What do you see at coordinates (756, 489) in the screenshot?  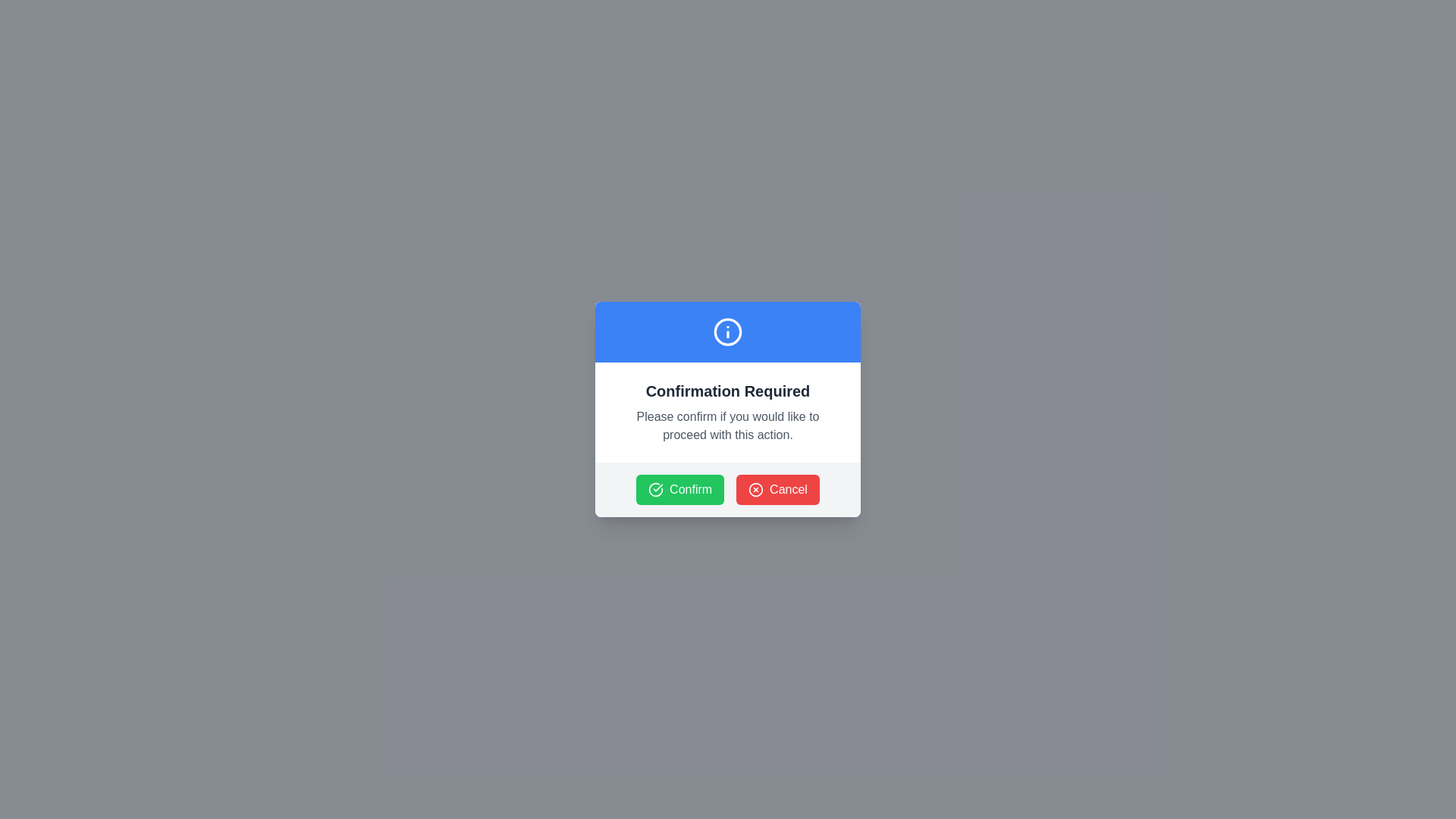 I see `the 'Cancel' button which contains the stylized 'X' icon within a circle, positioned to the left of the 'Cancel' text, located towards the bottom right of the action dialog box` at bounding box center [756, 489].